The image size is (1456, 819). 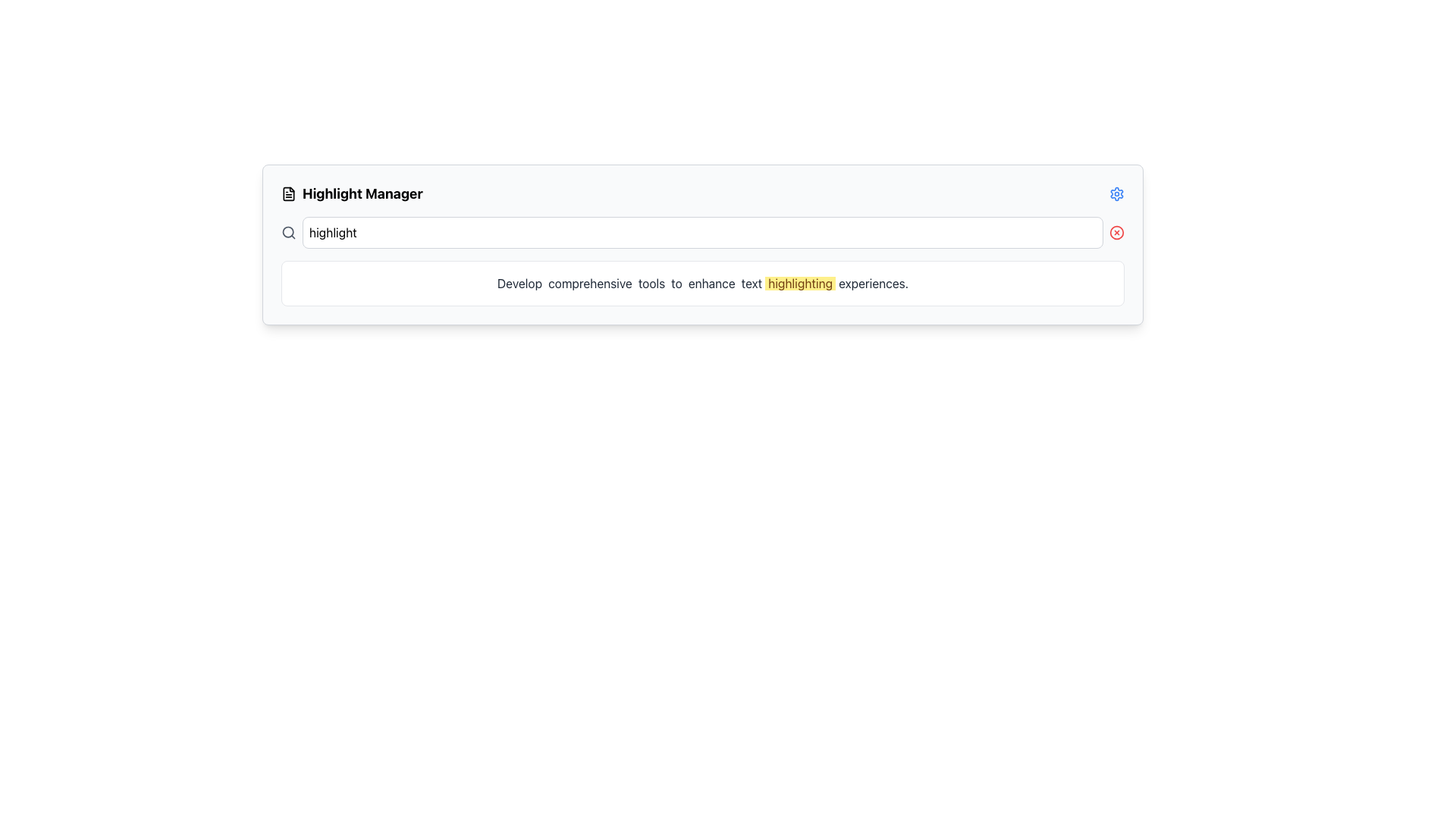 I want to click on the Icon button located at the far right of the text input field, so click(x=1117, y=233).